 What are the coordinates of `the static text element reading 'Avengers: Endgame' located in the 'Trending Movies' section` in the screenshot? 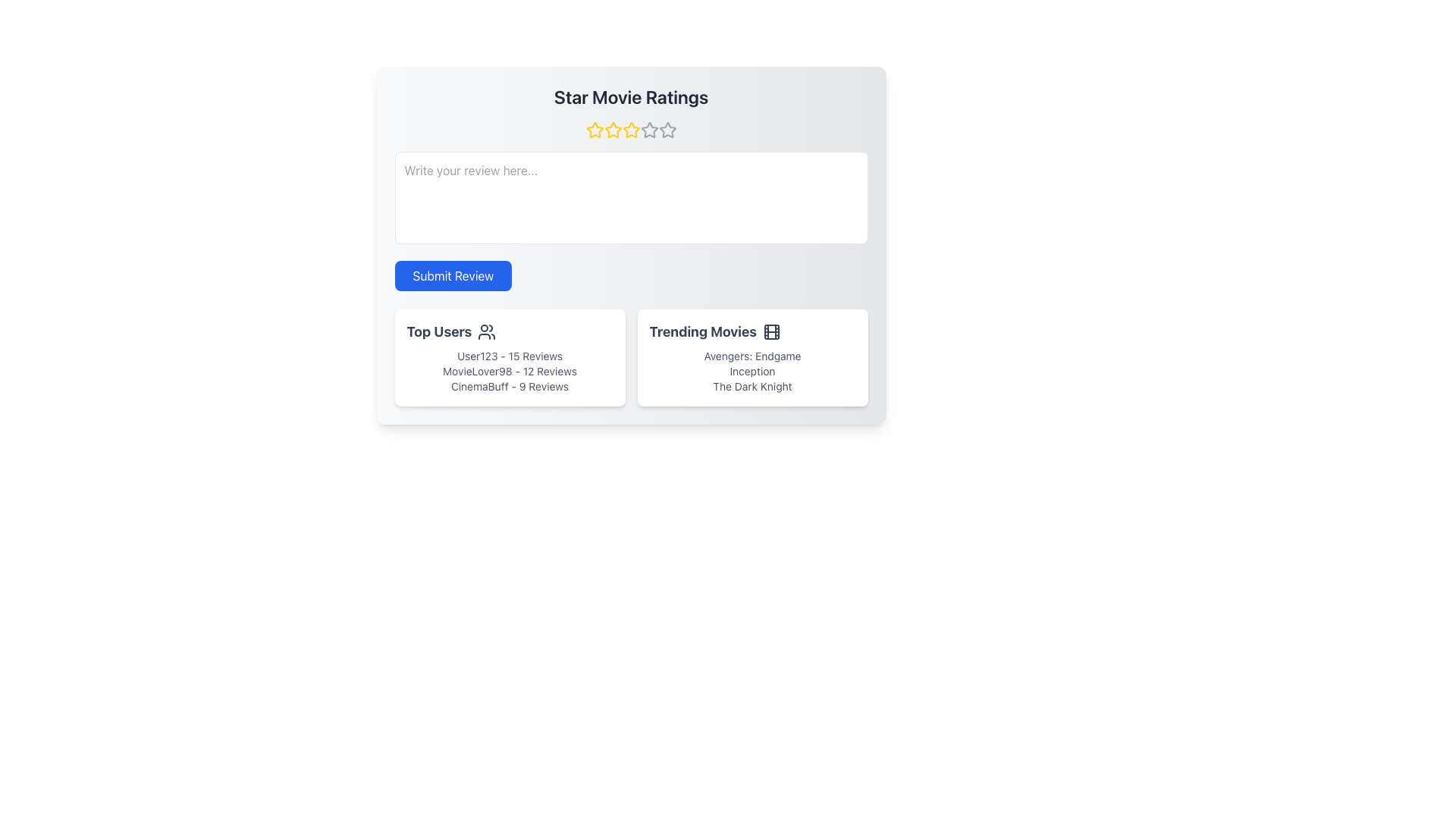 It's located at (752, 356).